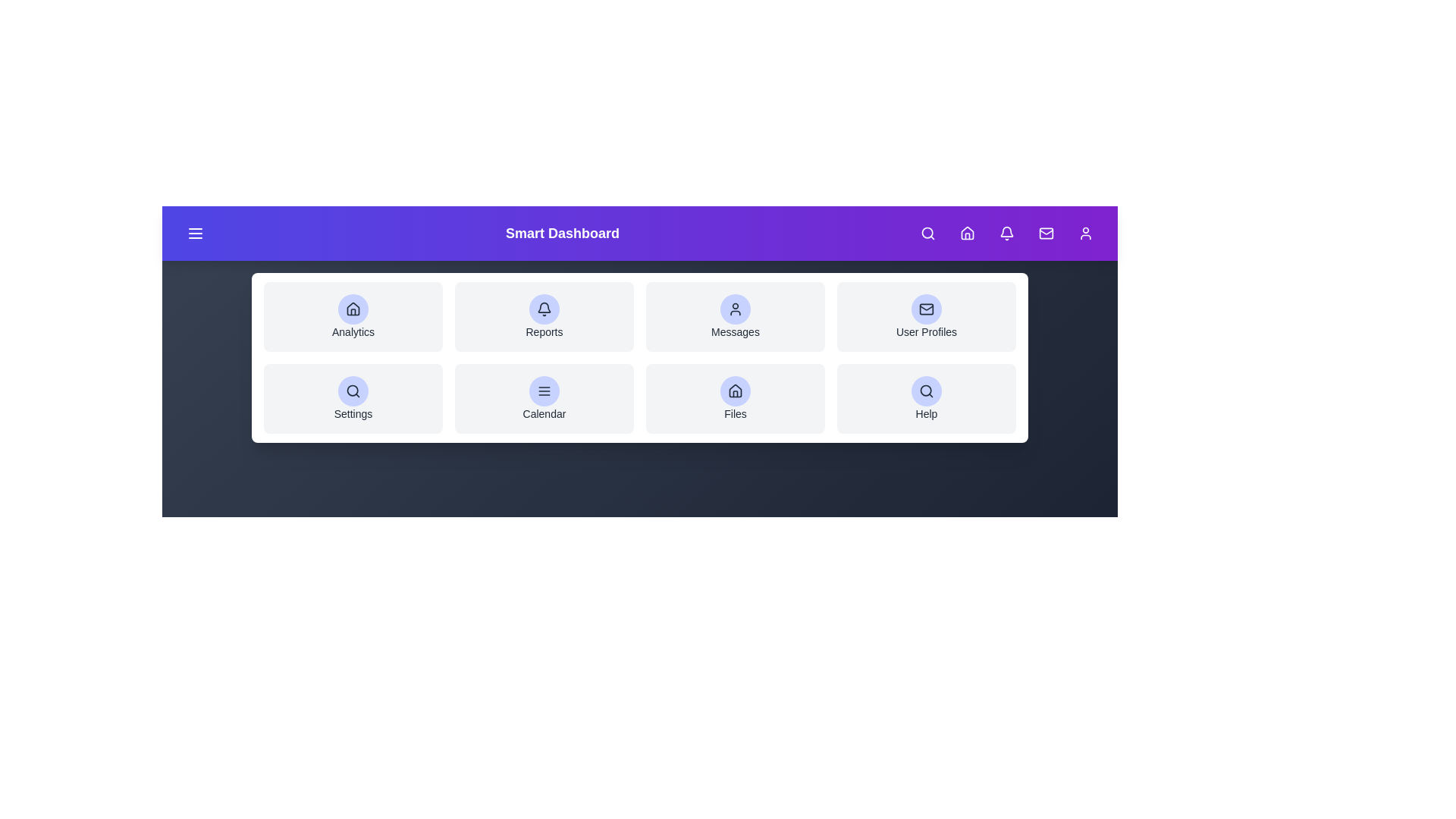  I want to click on menu button to toggle the menu visibility, so click(195, 234).